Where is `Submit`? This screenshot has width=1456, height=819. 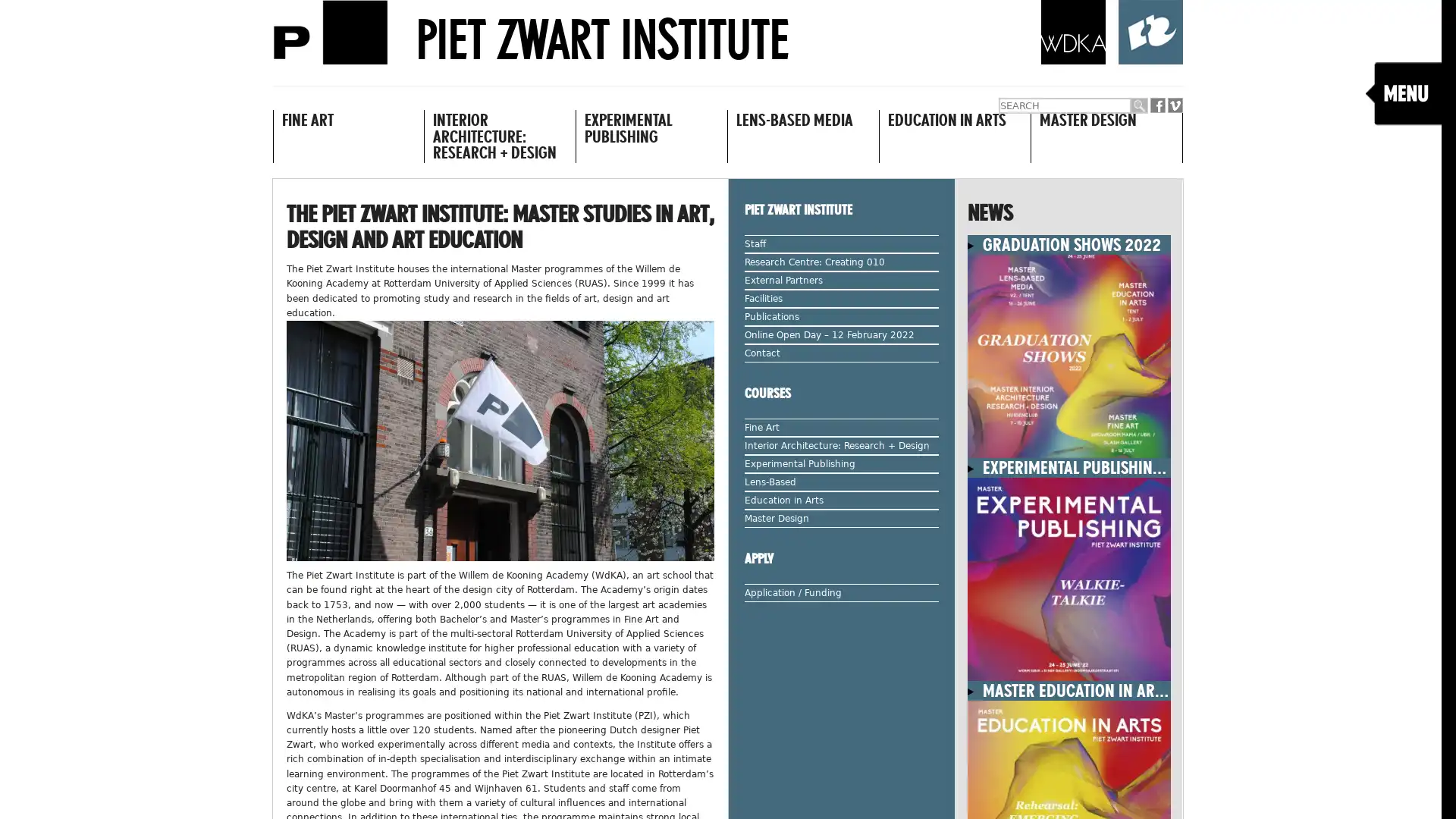
Submit is located at coordinates (1139, 105).